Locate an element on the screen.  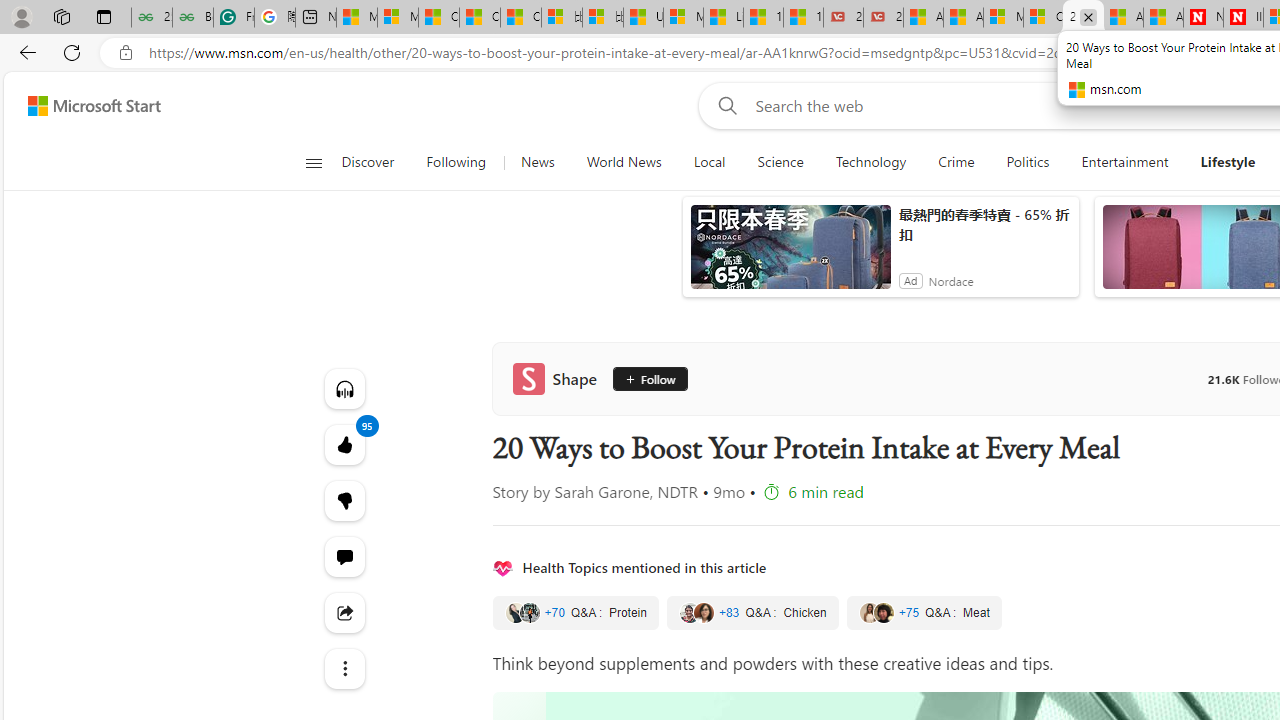
'Start the conversation' is located at coordinates (344, 556).